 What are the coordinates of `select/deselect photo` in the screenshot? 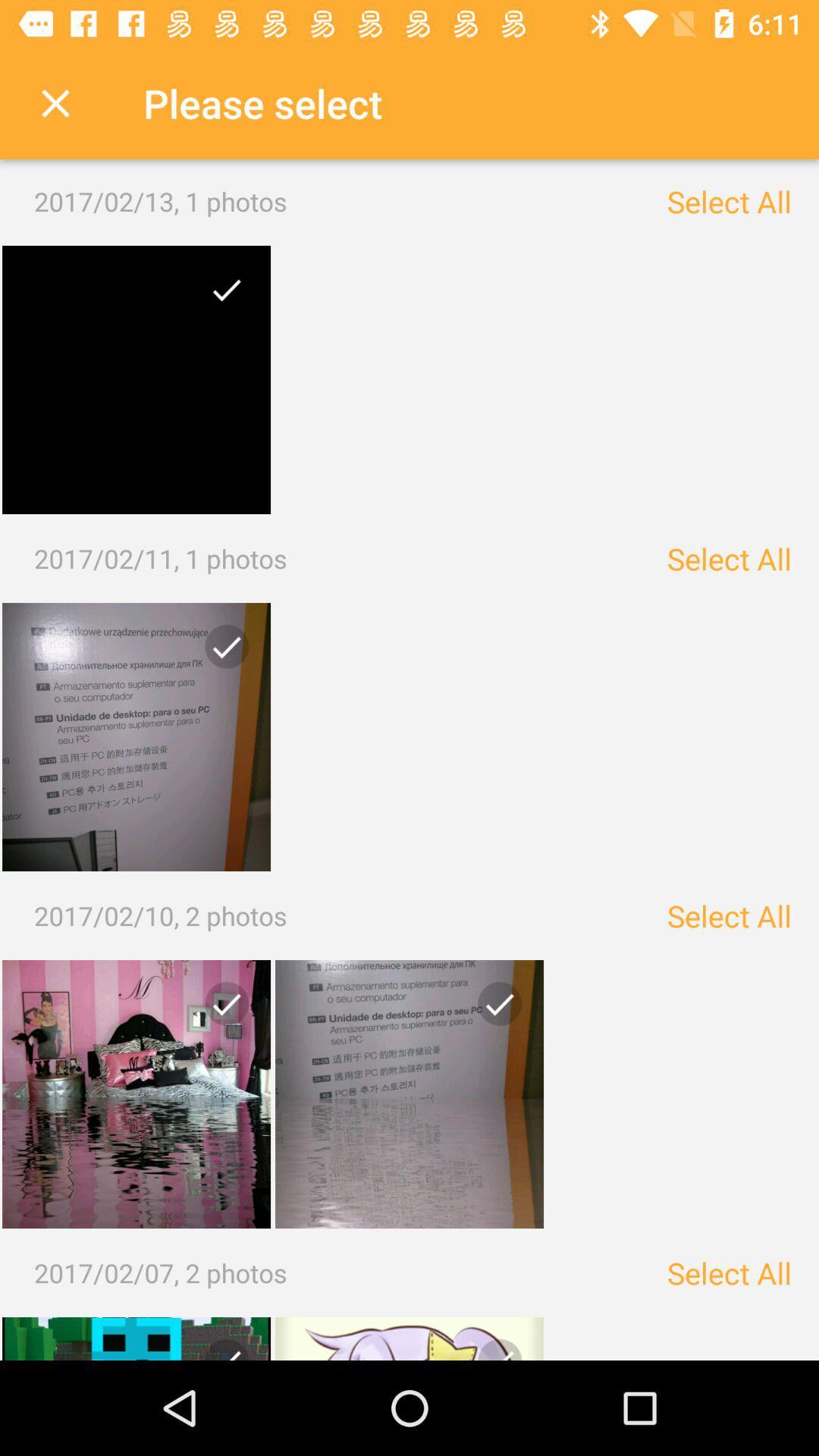 It's located at (494, 1009).